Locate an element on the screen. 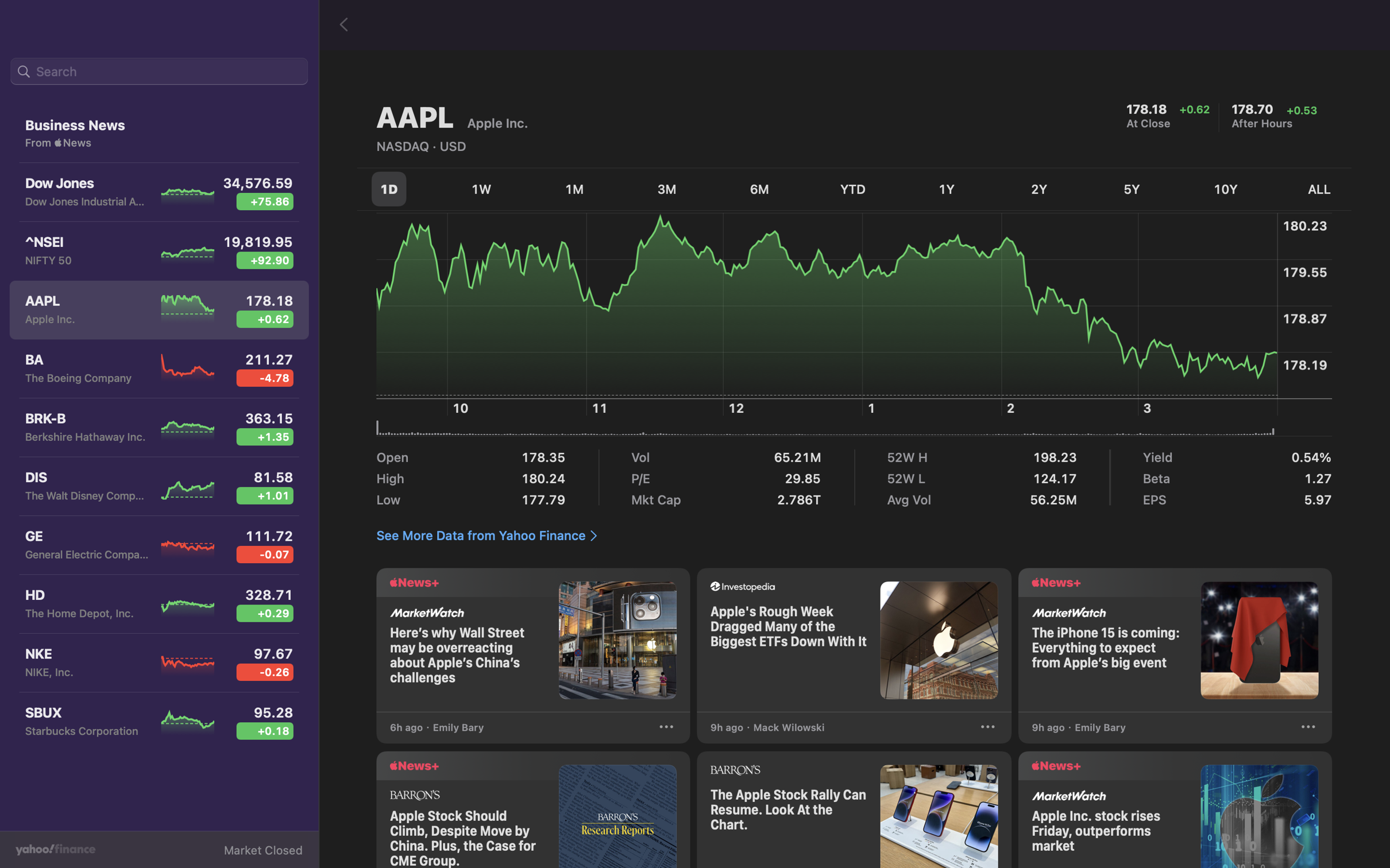  Display the variation in stock prices for the last month is located at coordinates (576, 186).